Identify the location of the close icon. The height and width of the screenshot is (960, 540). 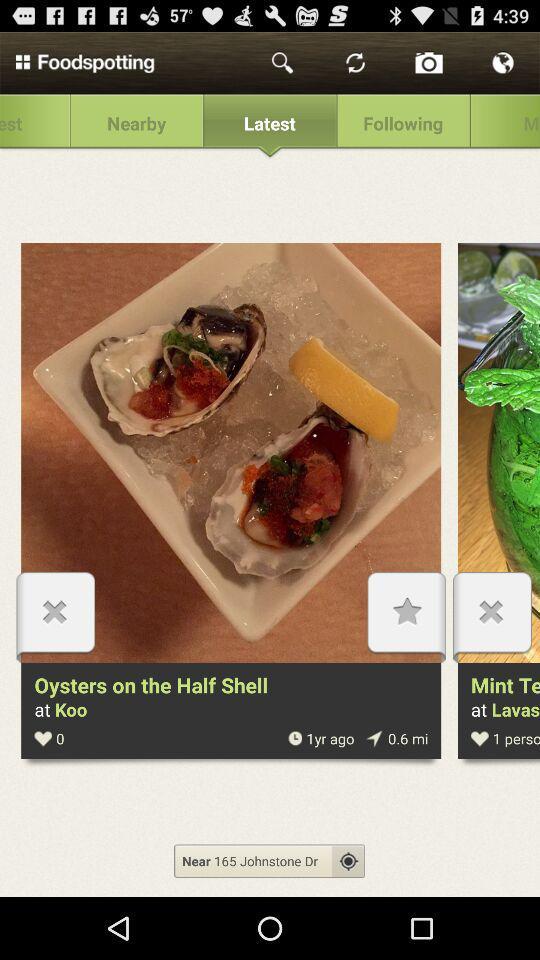
(55, 653).